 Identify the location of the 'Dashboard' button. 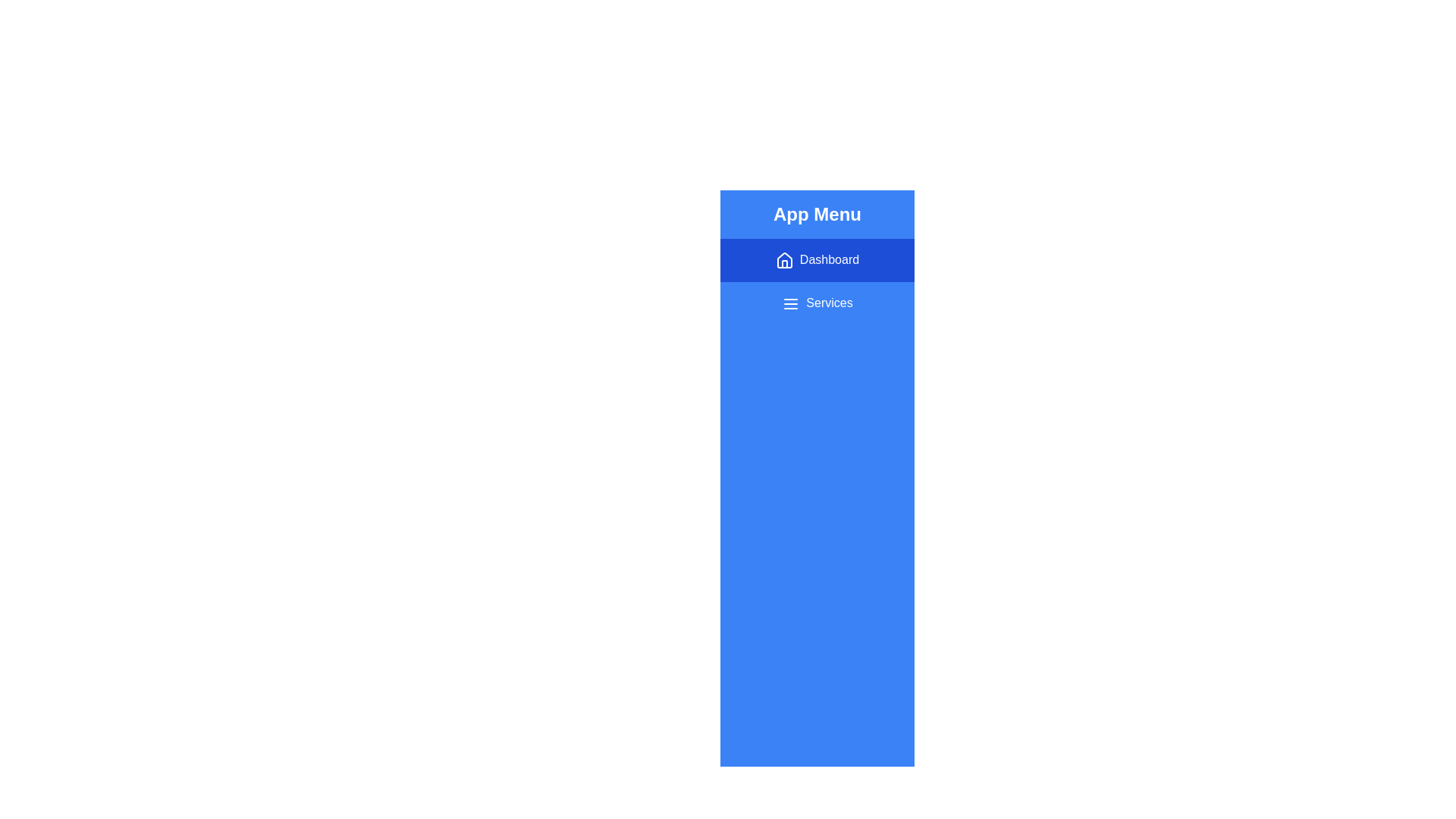
(817, 259).